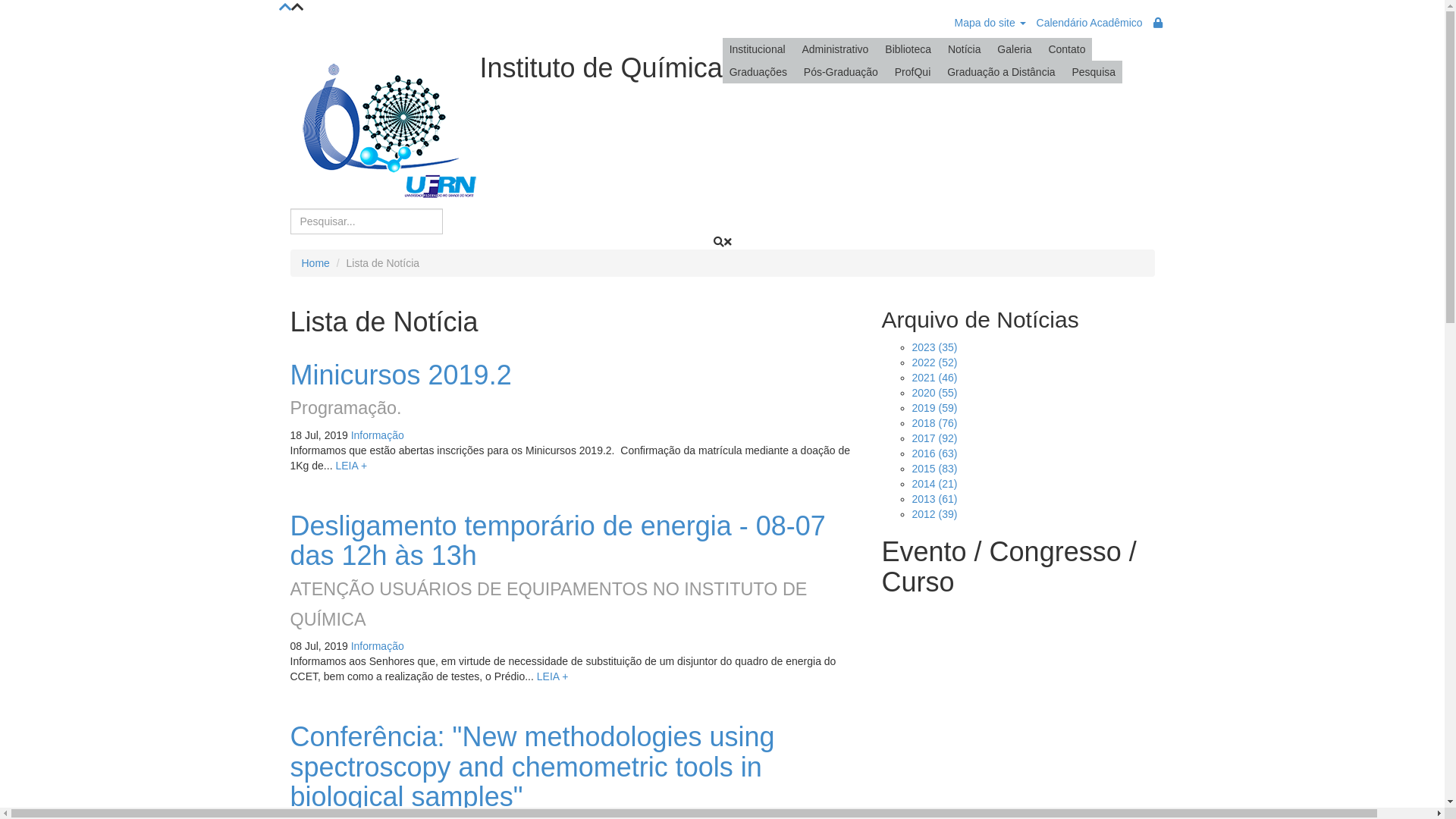 The image size is (1456, 819). Describe the element at coordinates (912, 72) in the screenshot. I see `'ProfQui'` at that location.